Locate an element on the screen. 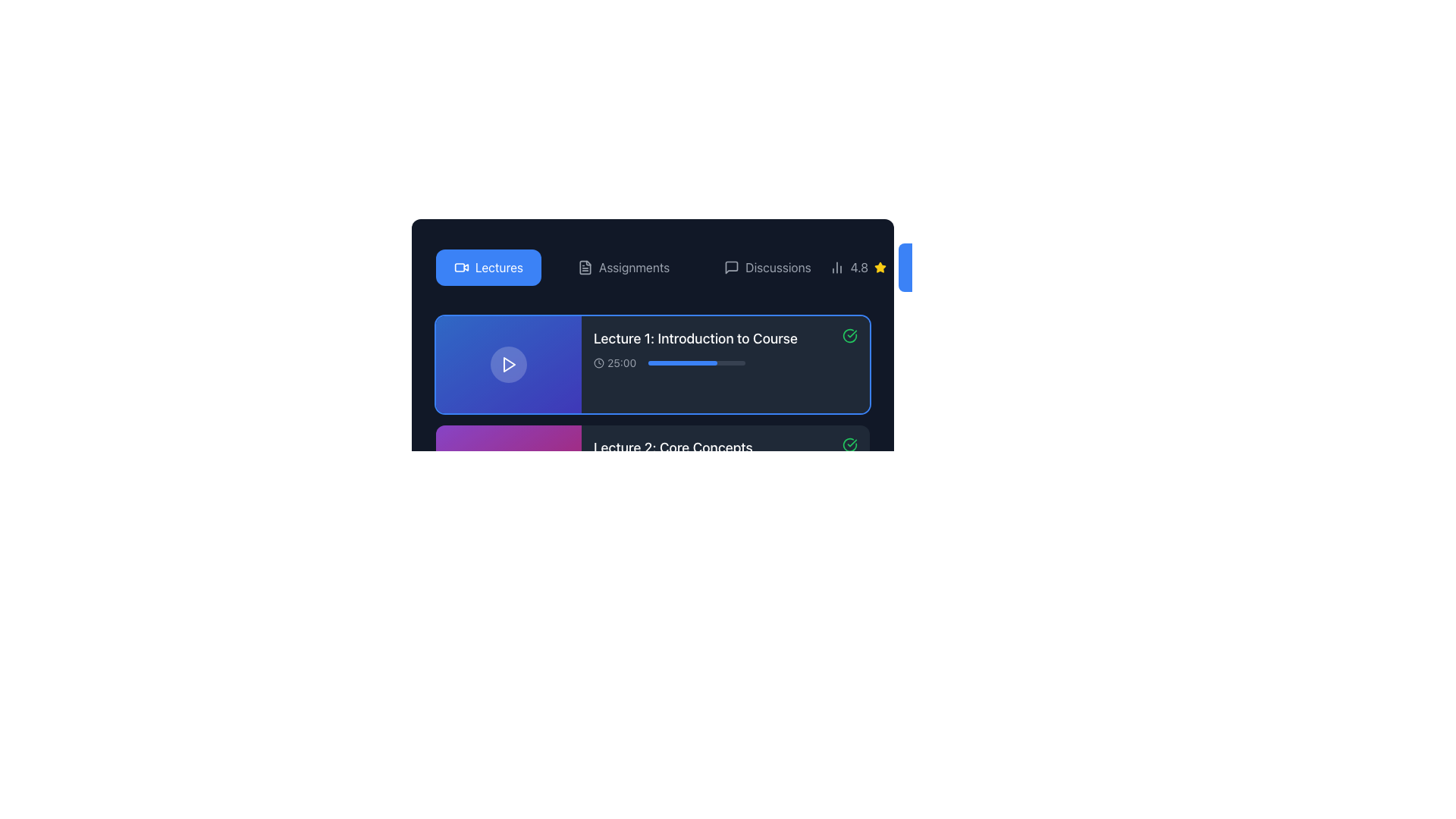 Image resolution: width=1456 pixels, height=819 pixels. the first lecture entry in the list is located at coordinates (652, 365).